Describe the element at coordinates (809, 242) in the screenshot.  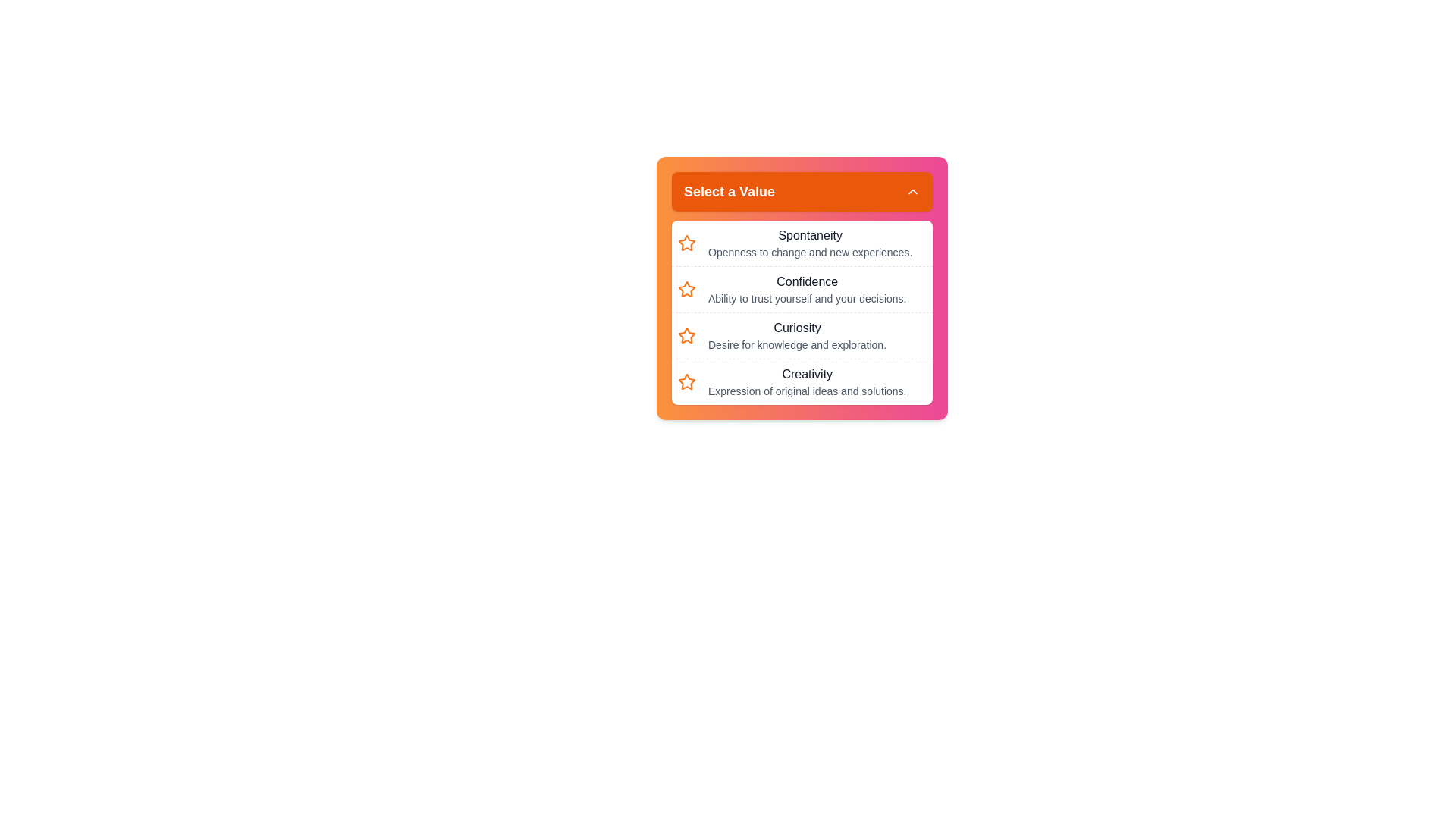
I see `the first list item in the drop-down menu labeled 'Spontaneity'` at that location.